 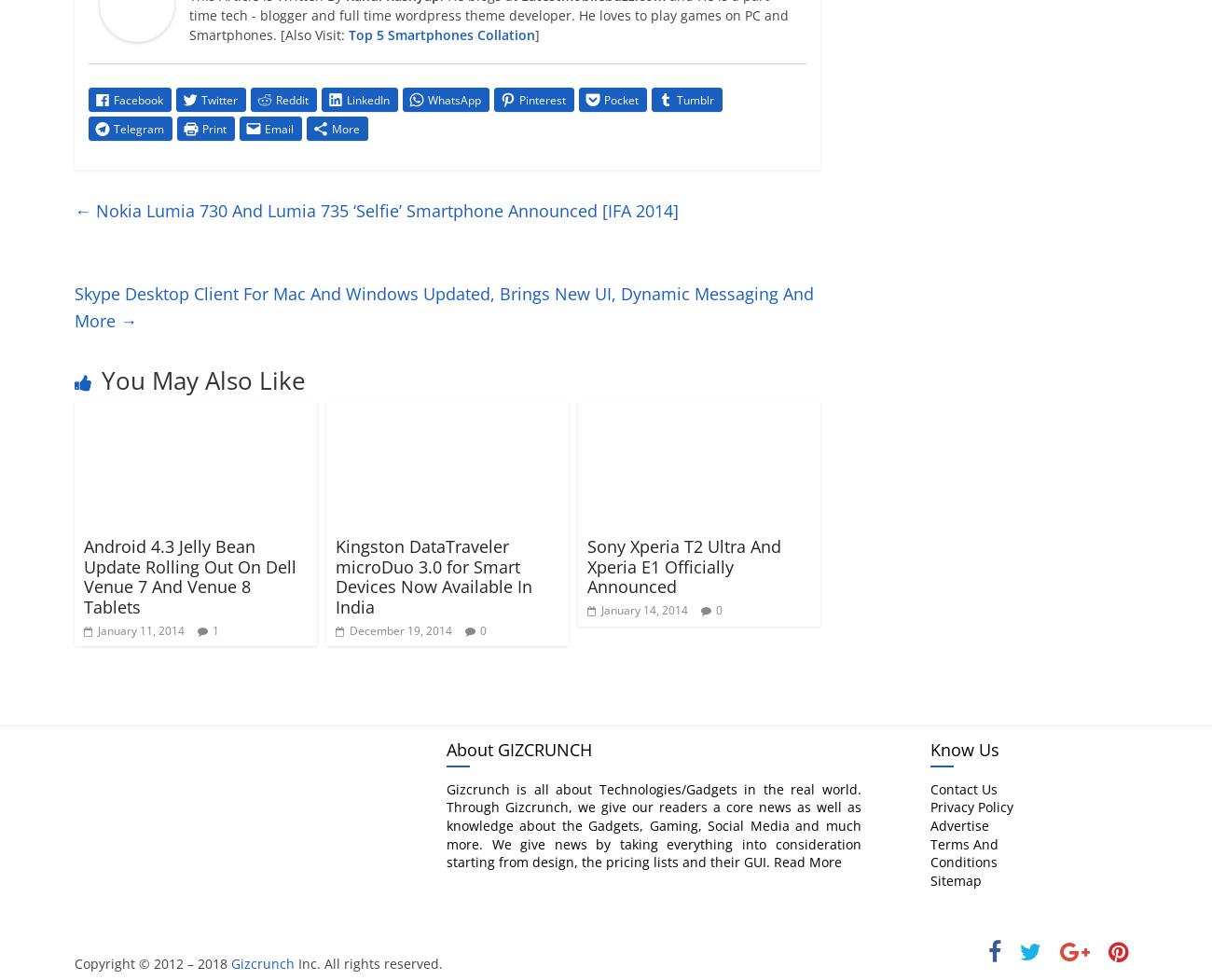 I want to click on 'Gizcrunch is all about Technologies/Gadgets in the real world. Through Gizcrunch, we give our readers a core news as well as knowledge about the Gadgets, Gaming, Social Media and much more. We give news by taking everything into consideration starting from design, the pricing lists and their GUI.', so click(x=652, y=824).